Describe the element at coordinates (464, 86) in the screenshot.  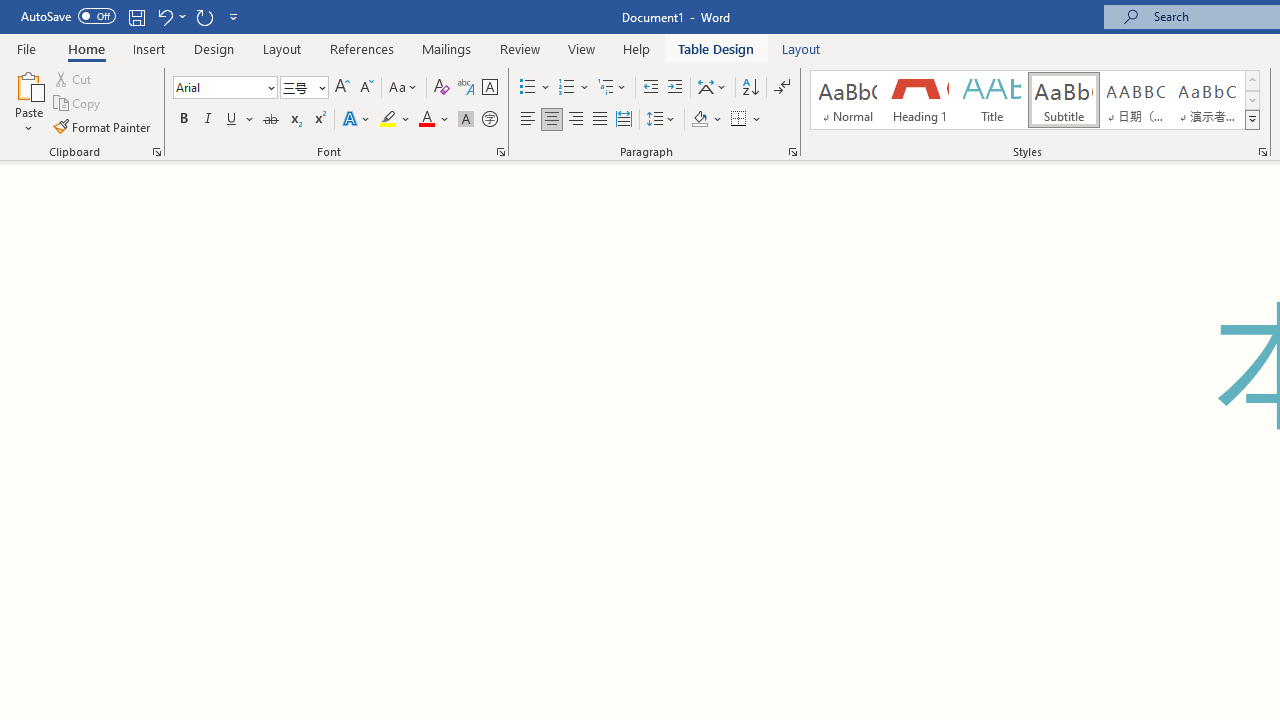
I see `'Phonetic Guide...'` at that location.